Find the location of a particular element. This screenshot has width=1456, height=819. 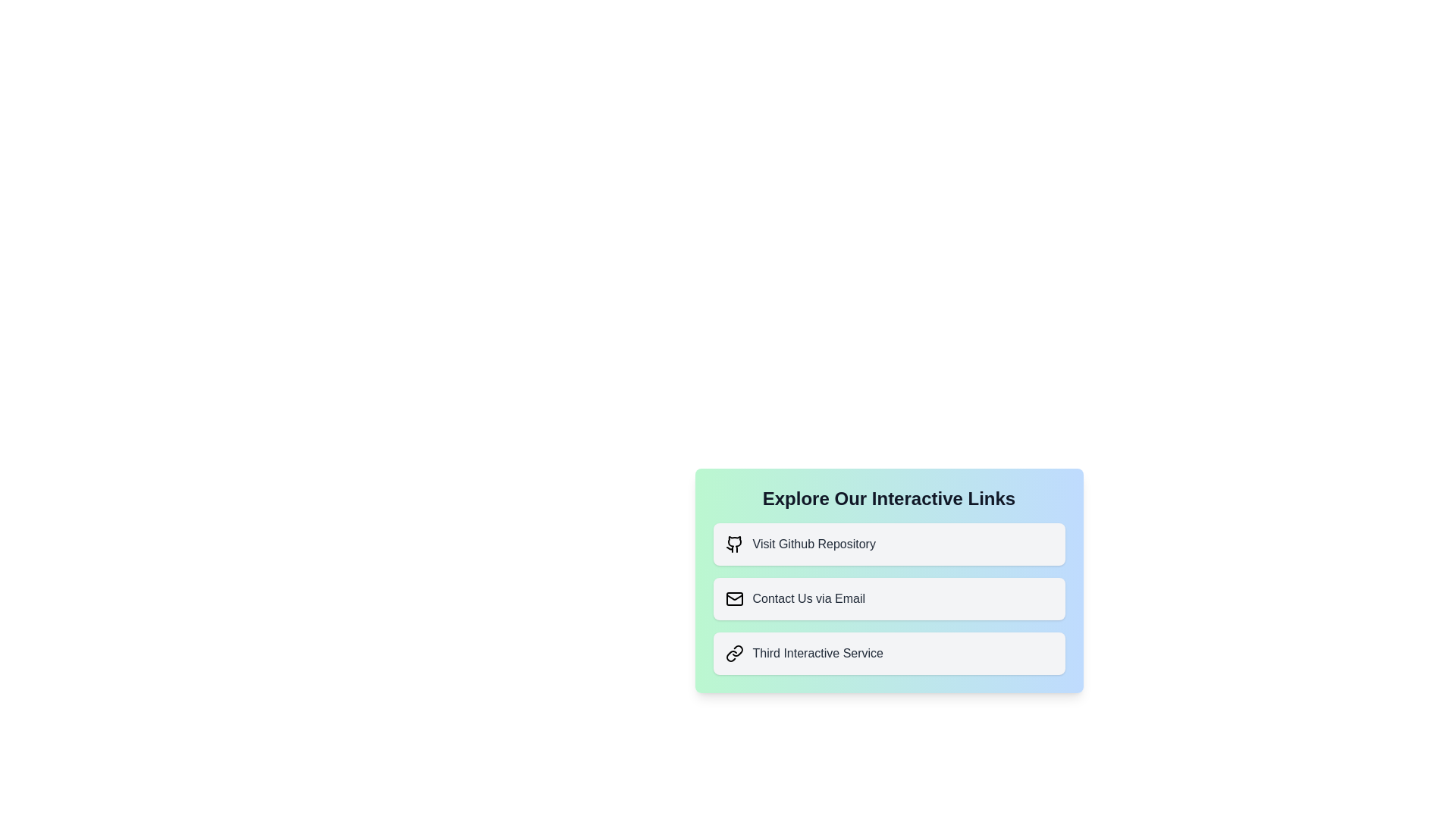

the email contact icon located at the leftmost portion of the second row of interactive links, which represents the action of contacting via email is located at coordinates (734, 598).